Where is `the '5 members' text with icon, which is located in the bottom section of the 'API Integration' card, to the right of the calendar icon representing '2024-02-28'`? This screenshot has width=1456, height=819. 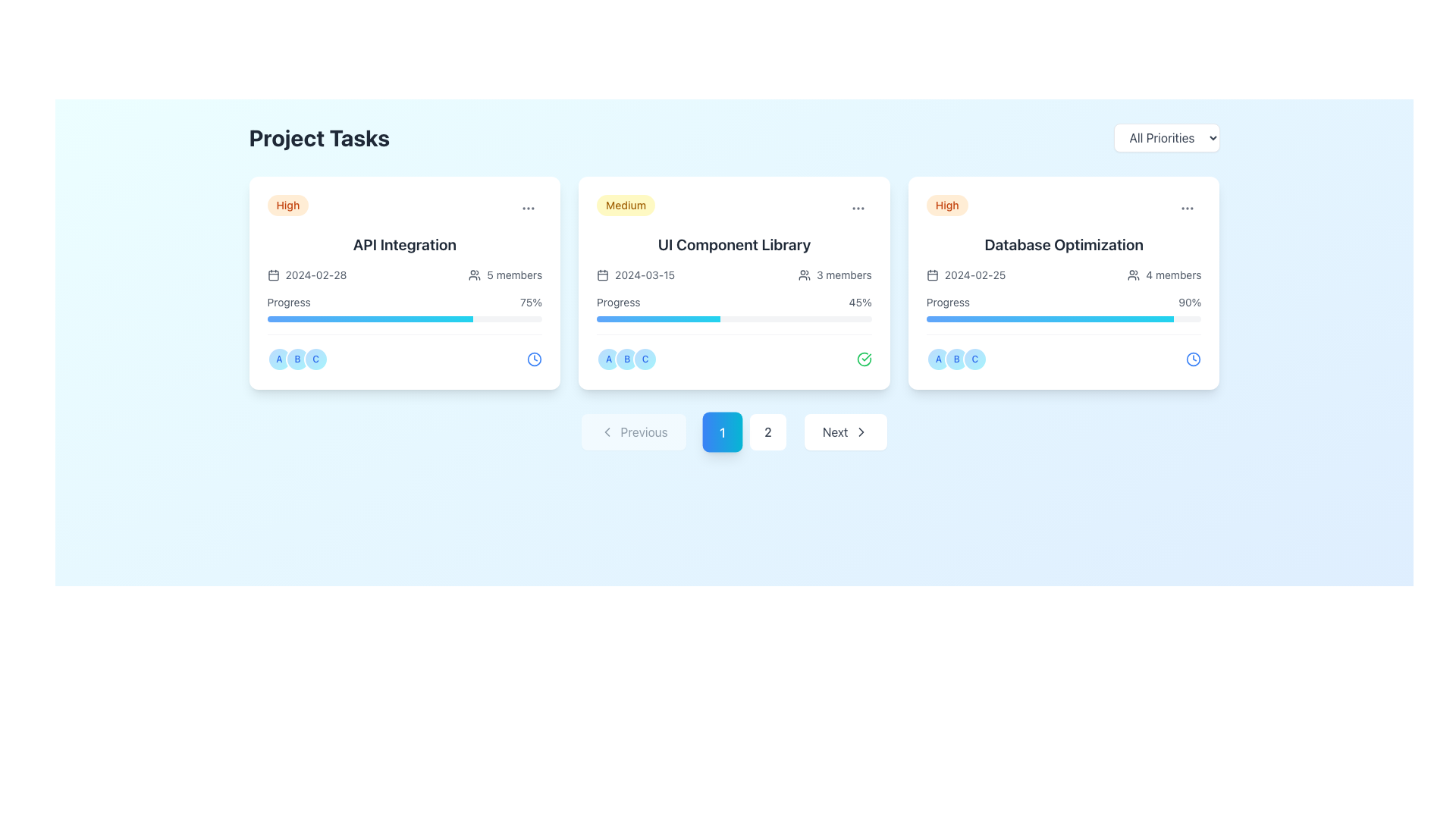 the '5 members' text with icon, which is located in the bottom section of the 'API Integration' card, to the right of the calendar icon representing '2024-02-28' is located at coordinates (505, 275).